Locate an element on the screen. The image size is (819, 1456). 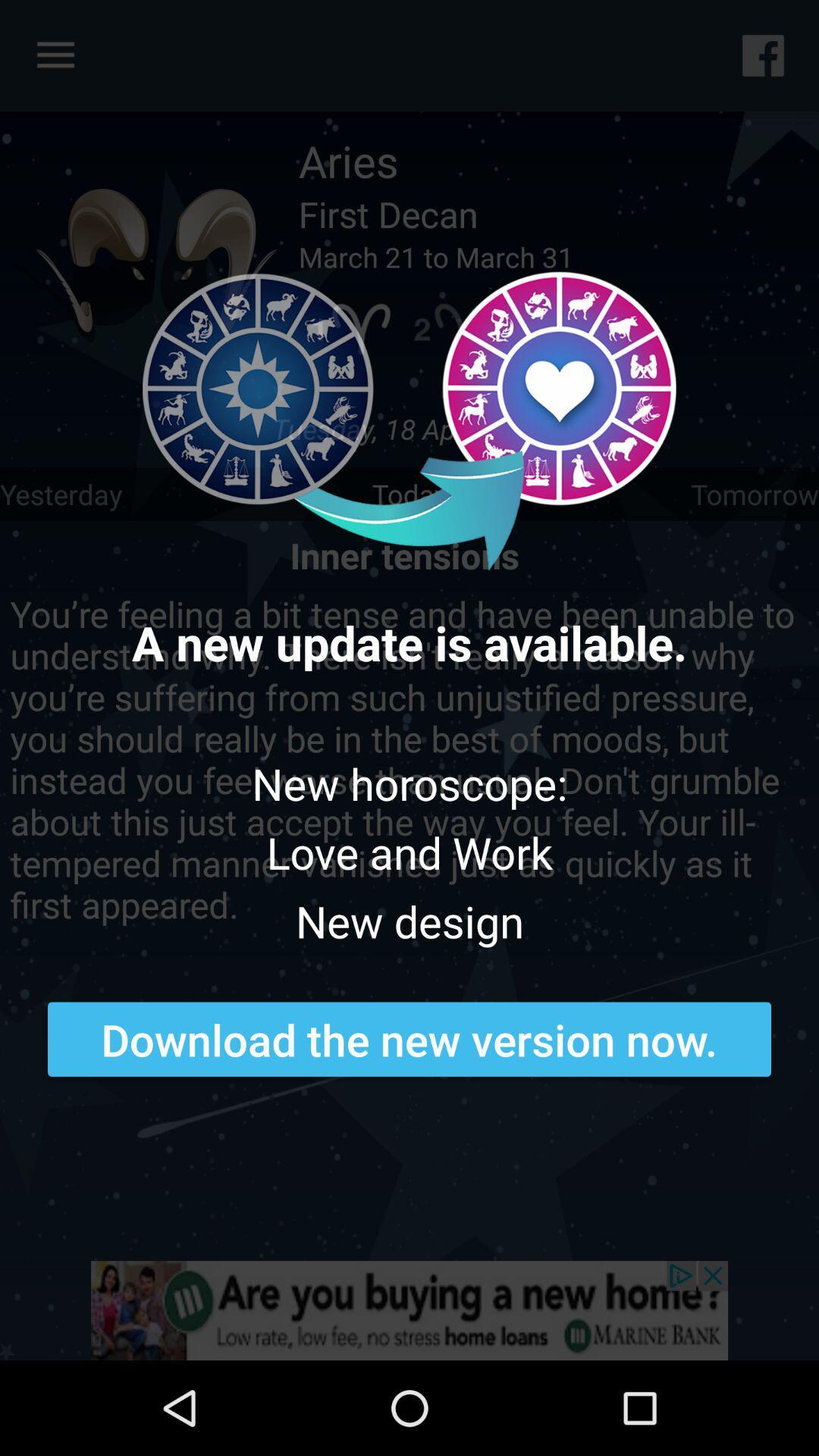
download the new is located at coordinates (409, 1038).